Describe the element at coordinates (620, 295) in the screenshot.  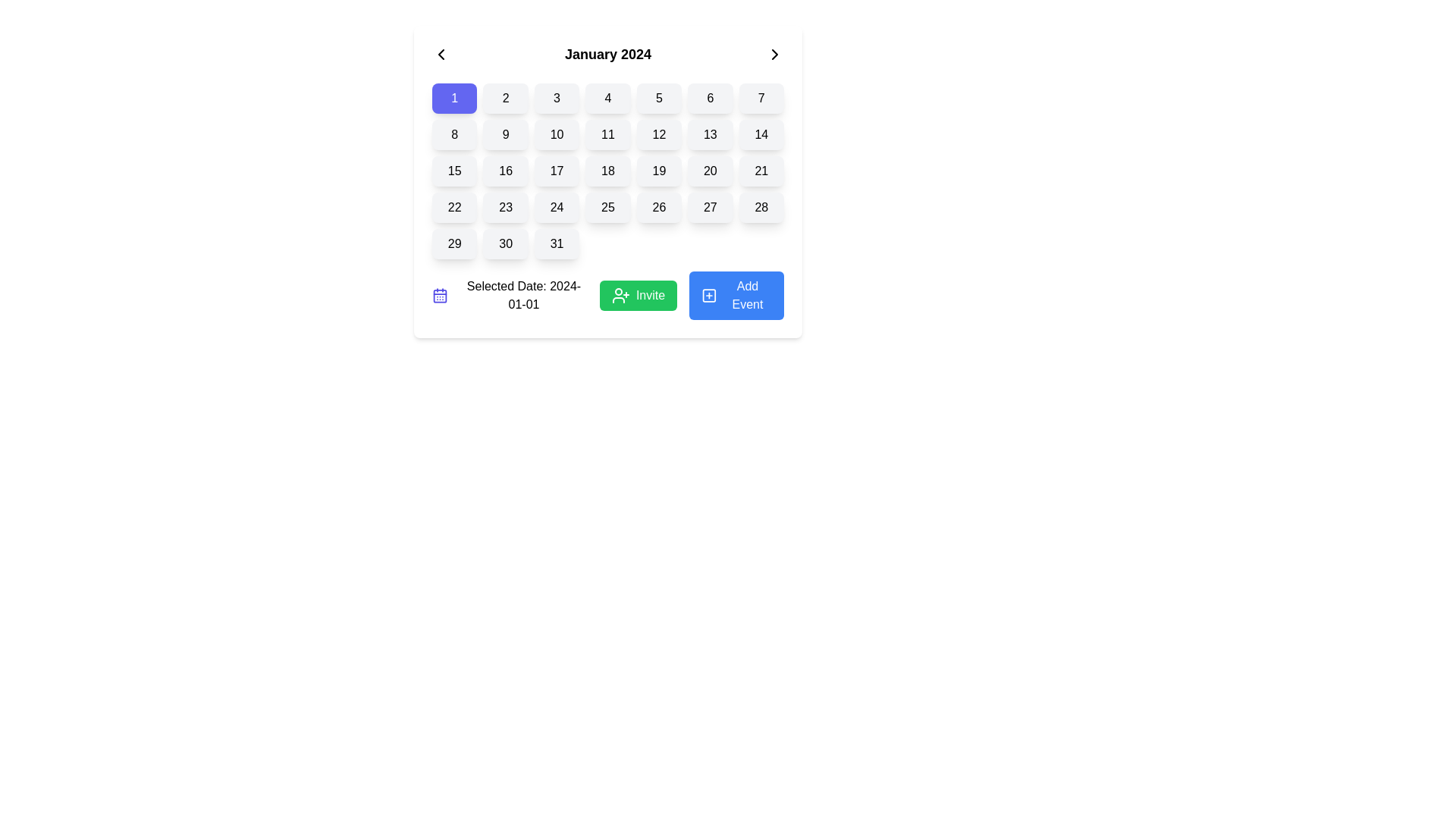
I see `the 'Invite' button which features a person icon with a plus sign on a green circular background` at that location.